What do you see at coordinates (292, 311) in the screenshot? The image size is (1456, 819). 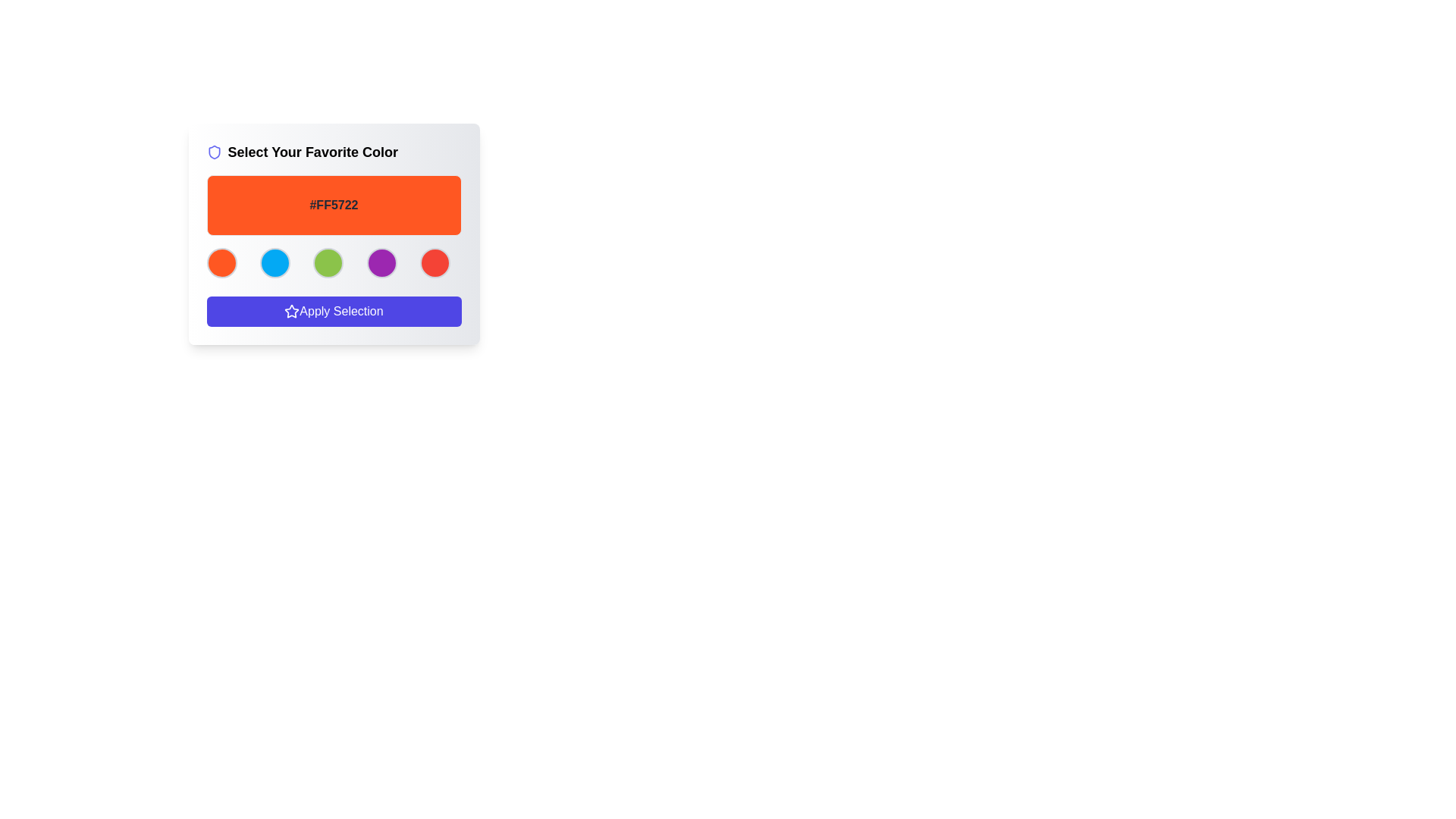 I see `the blue outlined star-shaped icon located at the beginning of the 'Apply Selection' button` at bounding box center [292, 311].